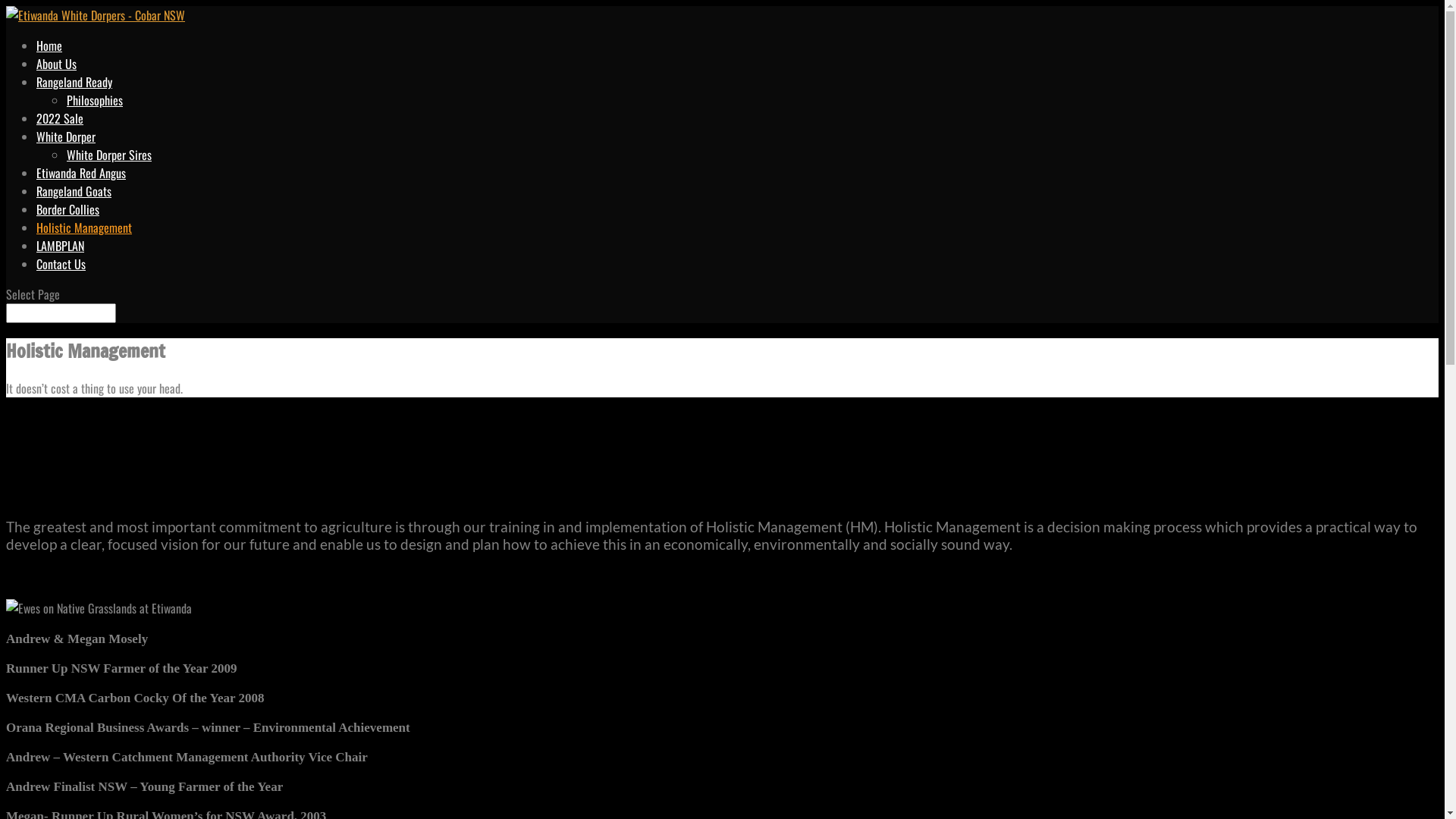 Image resolution: width=1456 pixels, height=819 pixels. I want to click on 'Philosophies', so click(93, 99).